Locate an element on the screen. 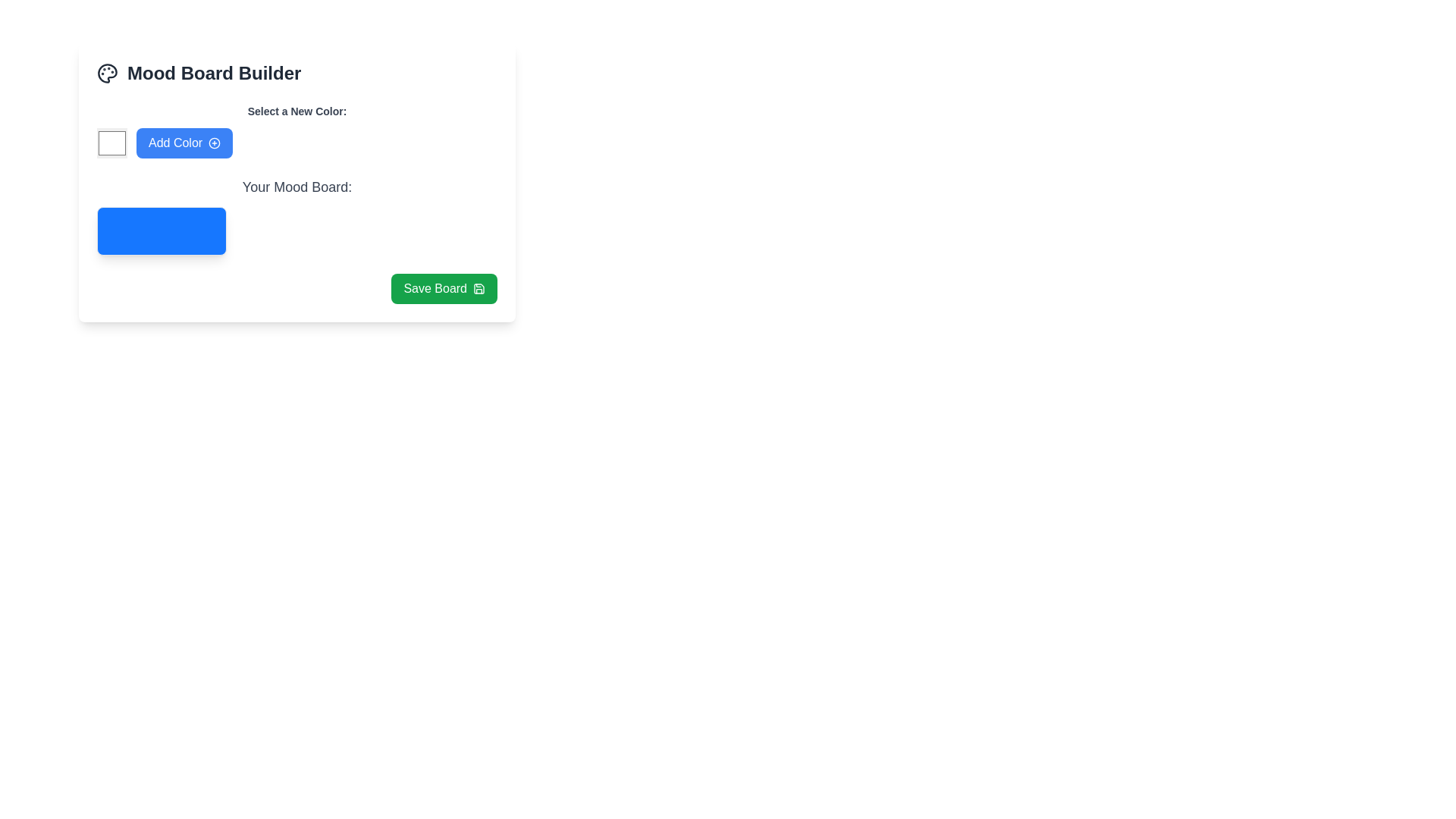 Image resolution: width=1456 pixels, height=819 pixels. the 'Save' button located at the bottom right corner of the 'Mood Board Builder' card is located at coordinates (444, 289).